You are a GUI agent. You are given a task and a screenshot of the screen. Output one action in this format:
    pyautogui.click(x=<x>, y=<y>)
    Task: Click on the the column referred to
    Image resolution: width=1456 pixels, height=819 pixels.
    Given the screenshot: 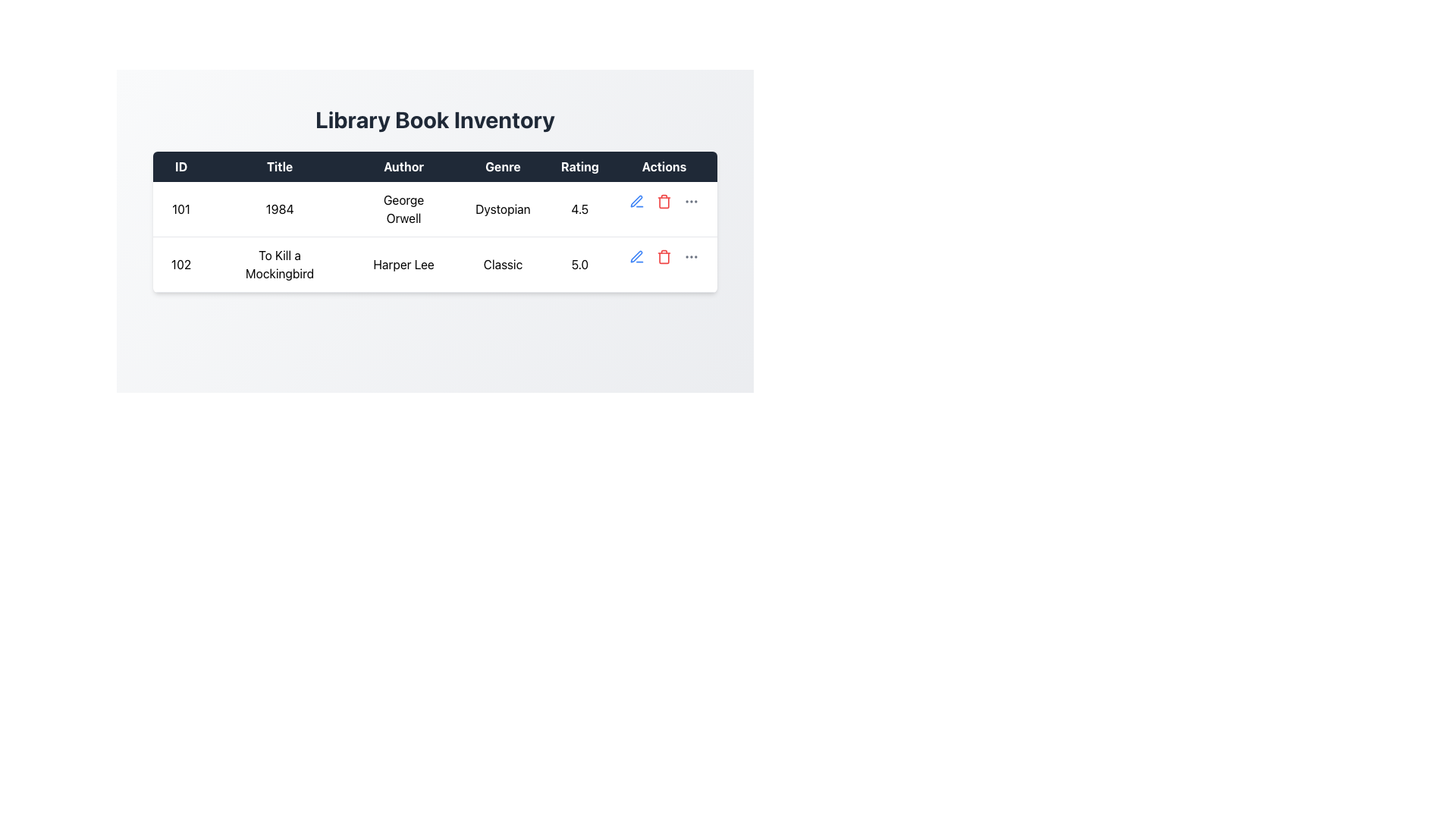 What is the action you would take?
    pyautogui.click(x=503, y=166)
    